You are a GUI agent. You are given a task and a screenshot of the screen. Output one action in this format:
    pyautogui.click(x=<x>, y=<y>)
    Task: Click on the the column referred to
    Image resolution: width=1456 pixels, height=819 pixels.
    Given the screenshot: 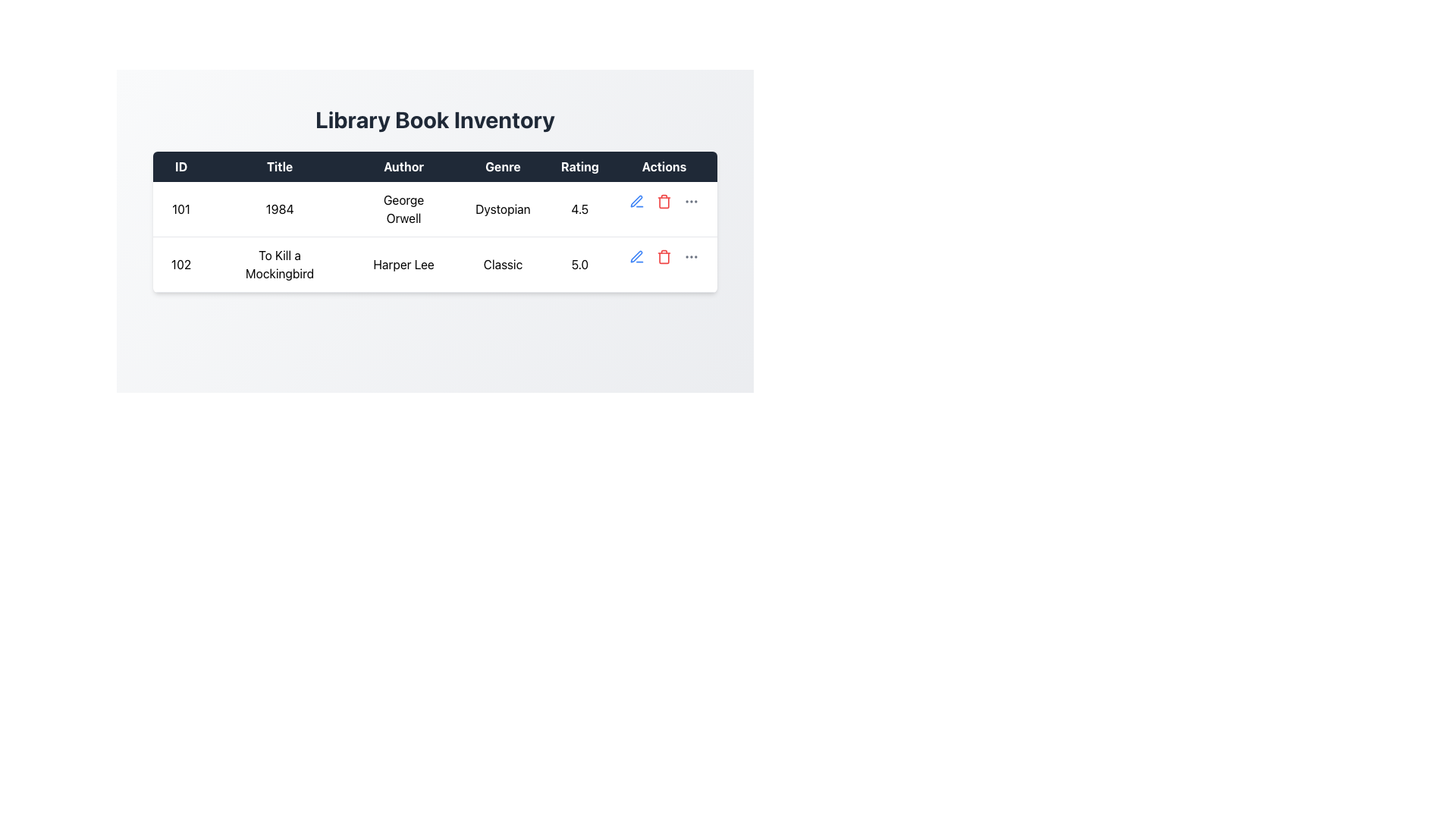 What is the action you would take?
    pyautogui.click(x=503, y=166)
    